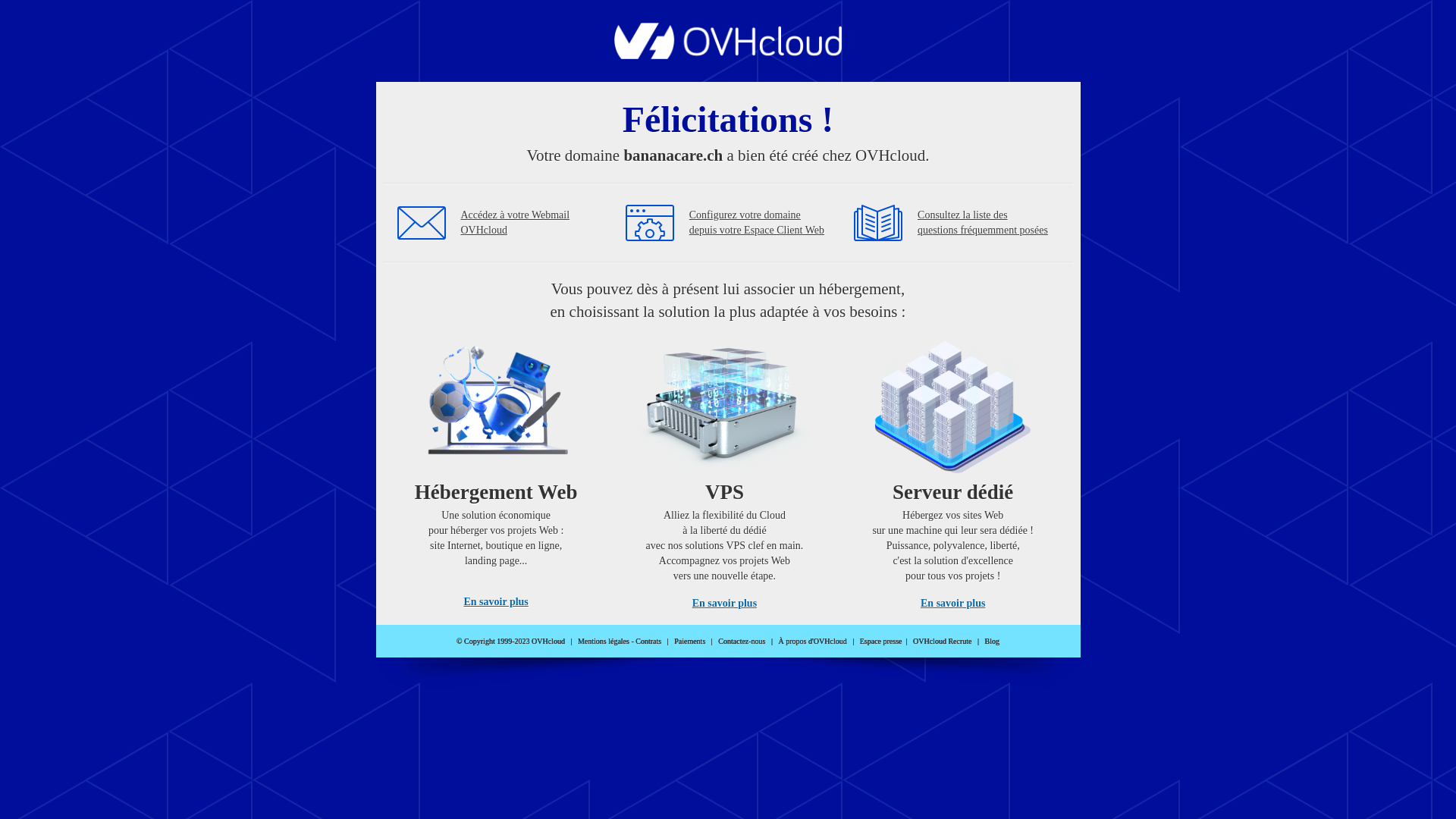  What do you see at coordinates (495, 601) in the screenshot?
I see `'En savoir plus'` at bounding box center [495, 601].